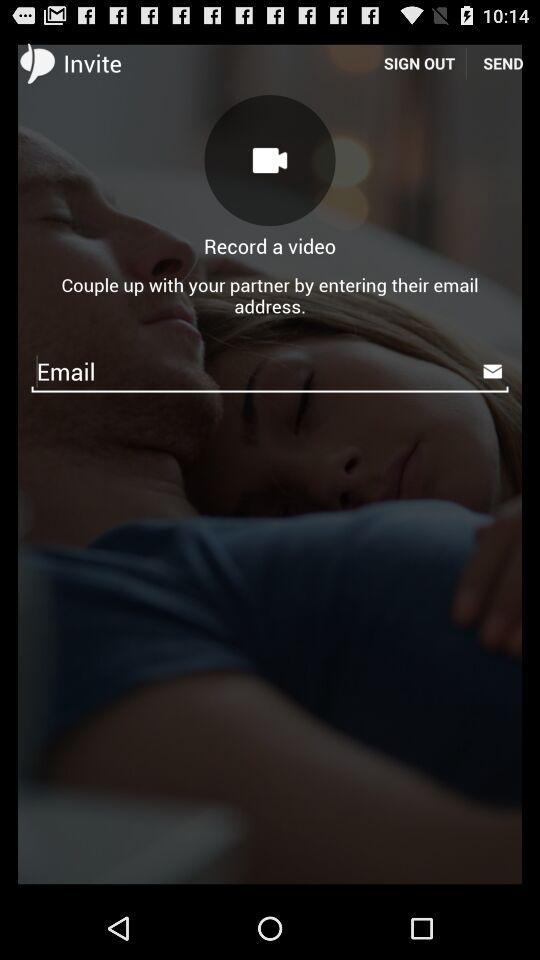 Image resolution: width=540 pixels, height=960 pixels. Describe the element at coordinates (502, 62) in the screenshot. I see `icon to the right of sign out item` at that location.